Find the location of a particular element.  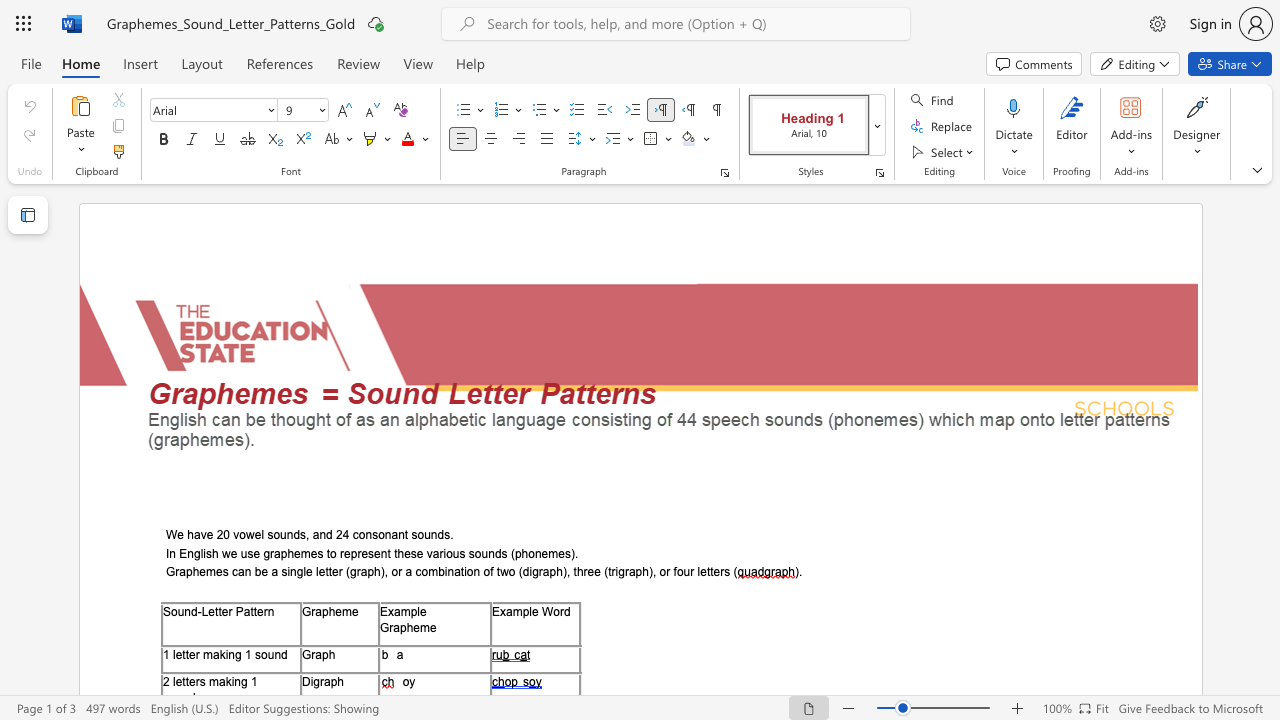

the subset text "nd" within the text "1 letter making 1 sound" is located at coordinates (273, 654).